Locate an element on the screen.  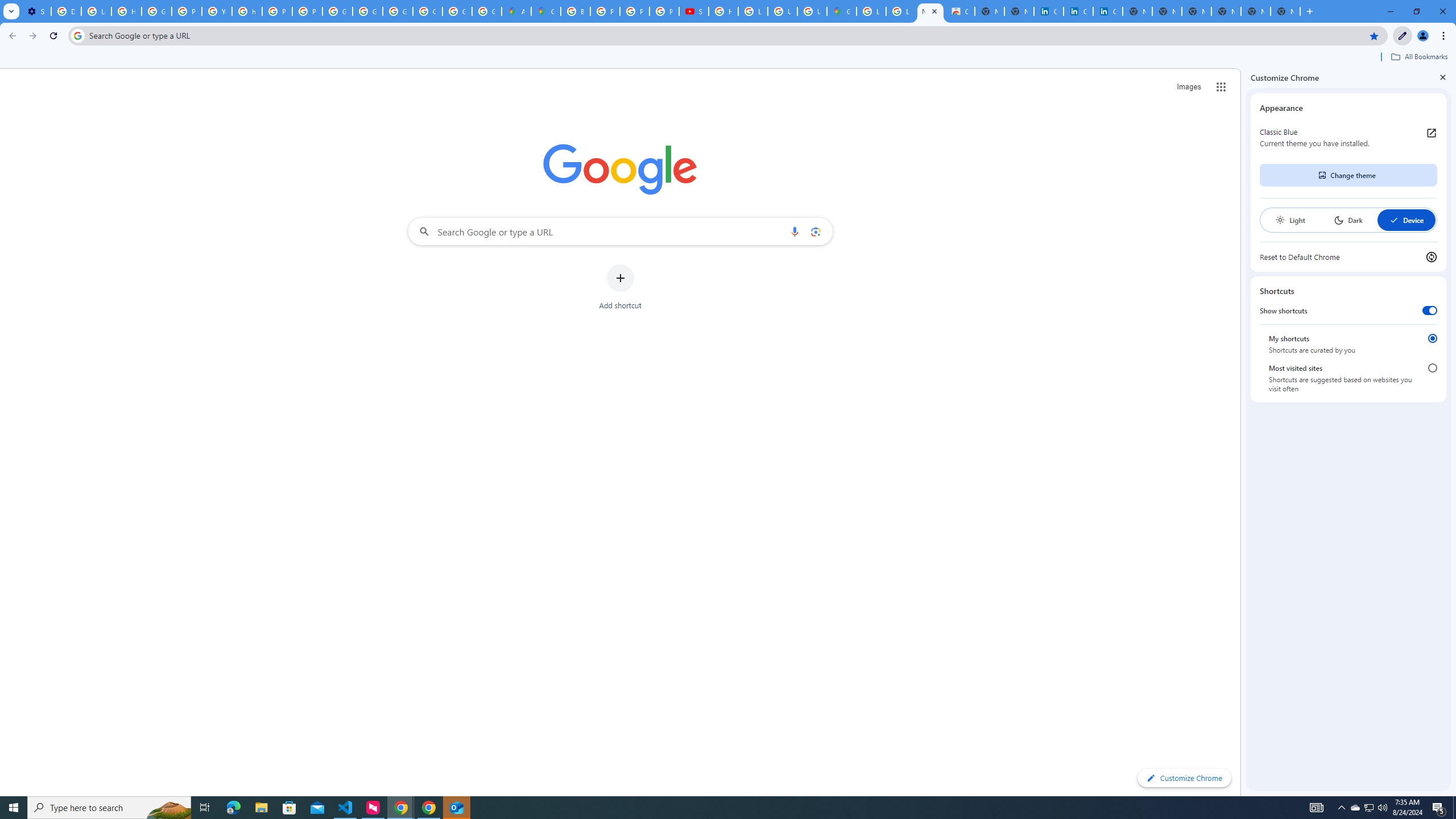
'Most visited sites' is located at coordinates (1433, 368).